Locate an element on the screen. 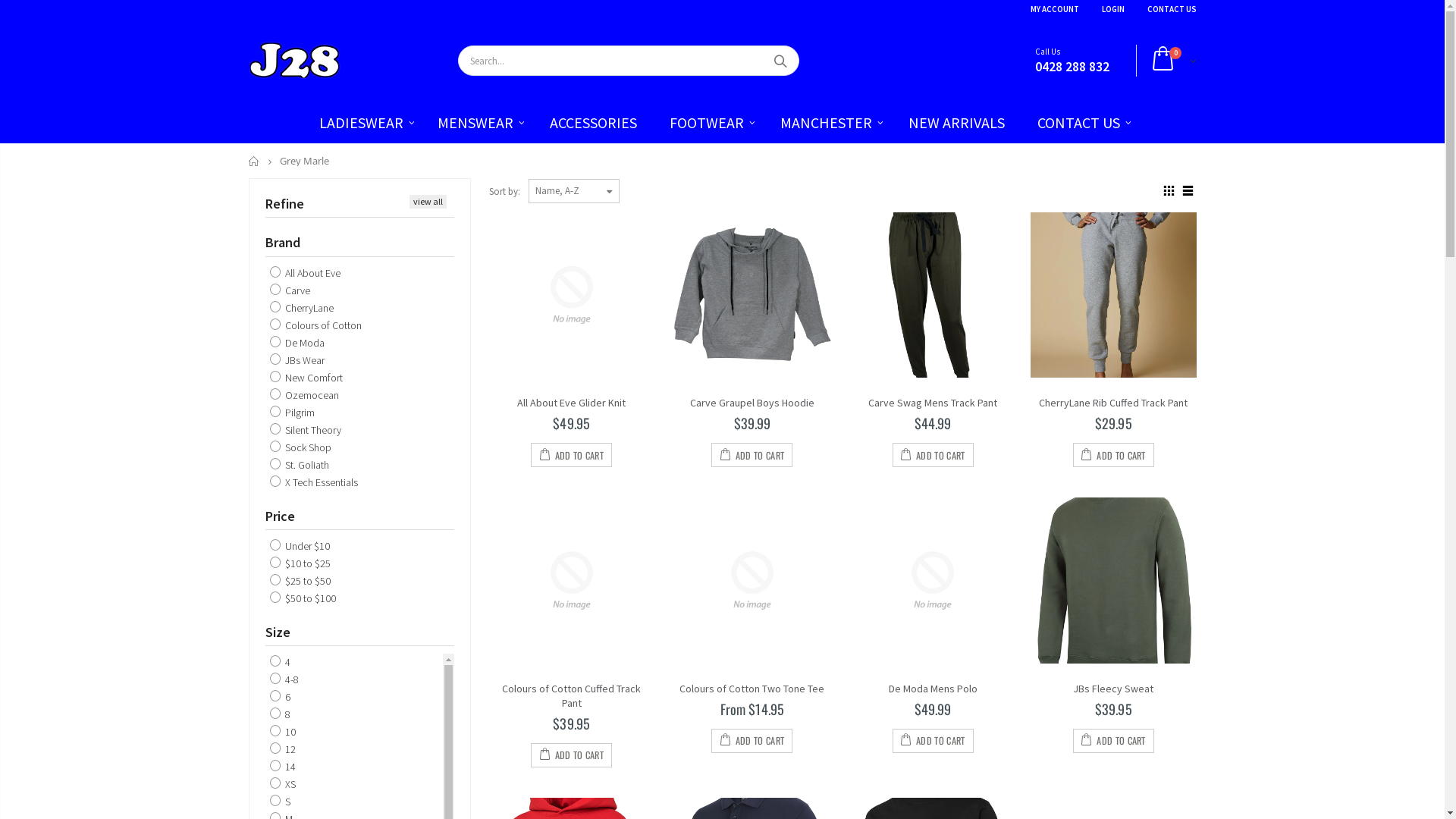 Image resolution: width=1456 pixels, height=819 pixels. 'Carve' is located at coordinates (290, 290).